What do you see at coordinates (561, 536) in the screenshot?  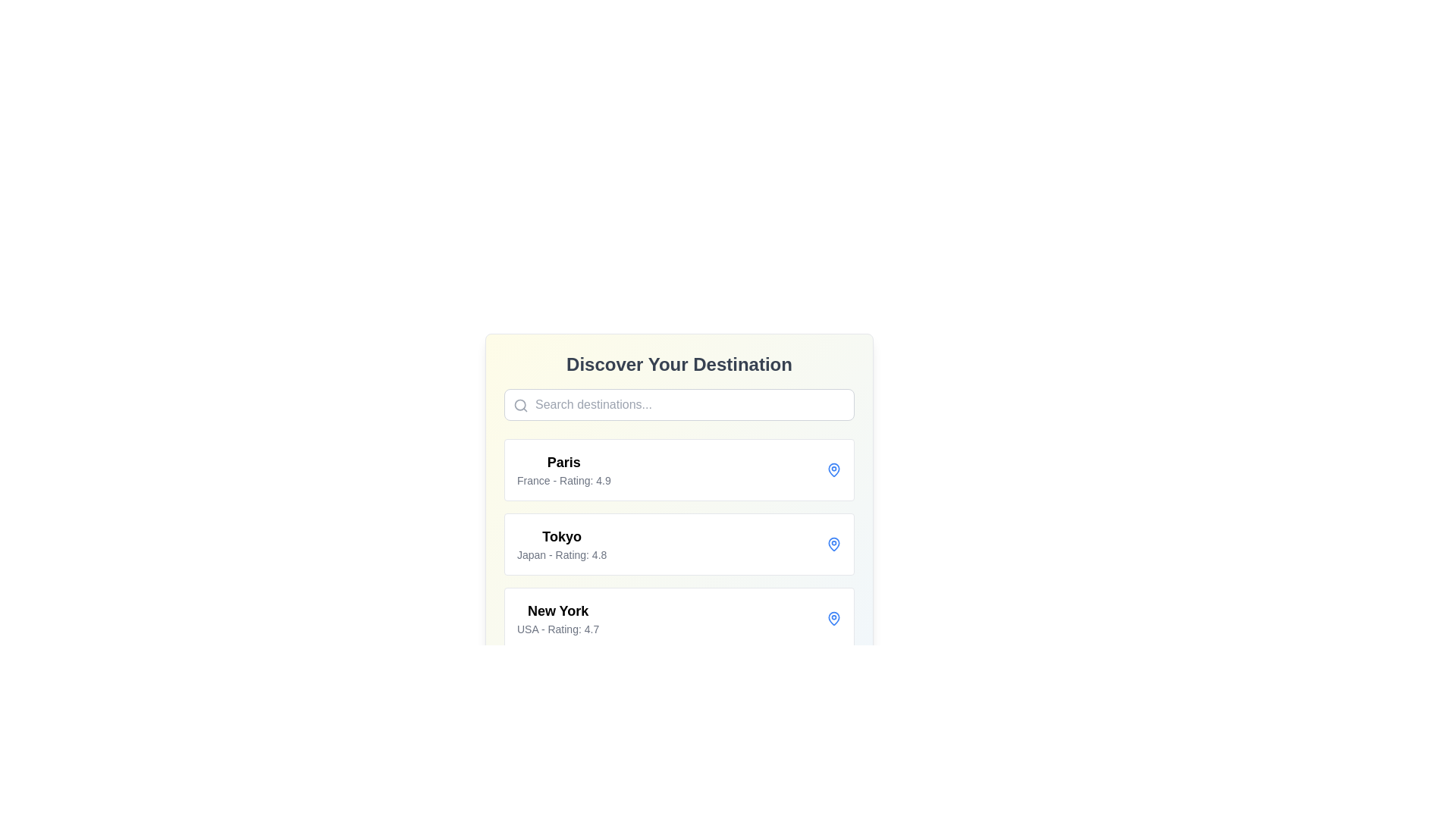 I see `the bolded black text label displaying 'Tokyo'` at bounding box center [561, 536].